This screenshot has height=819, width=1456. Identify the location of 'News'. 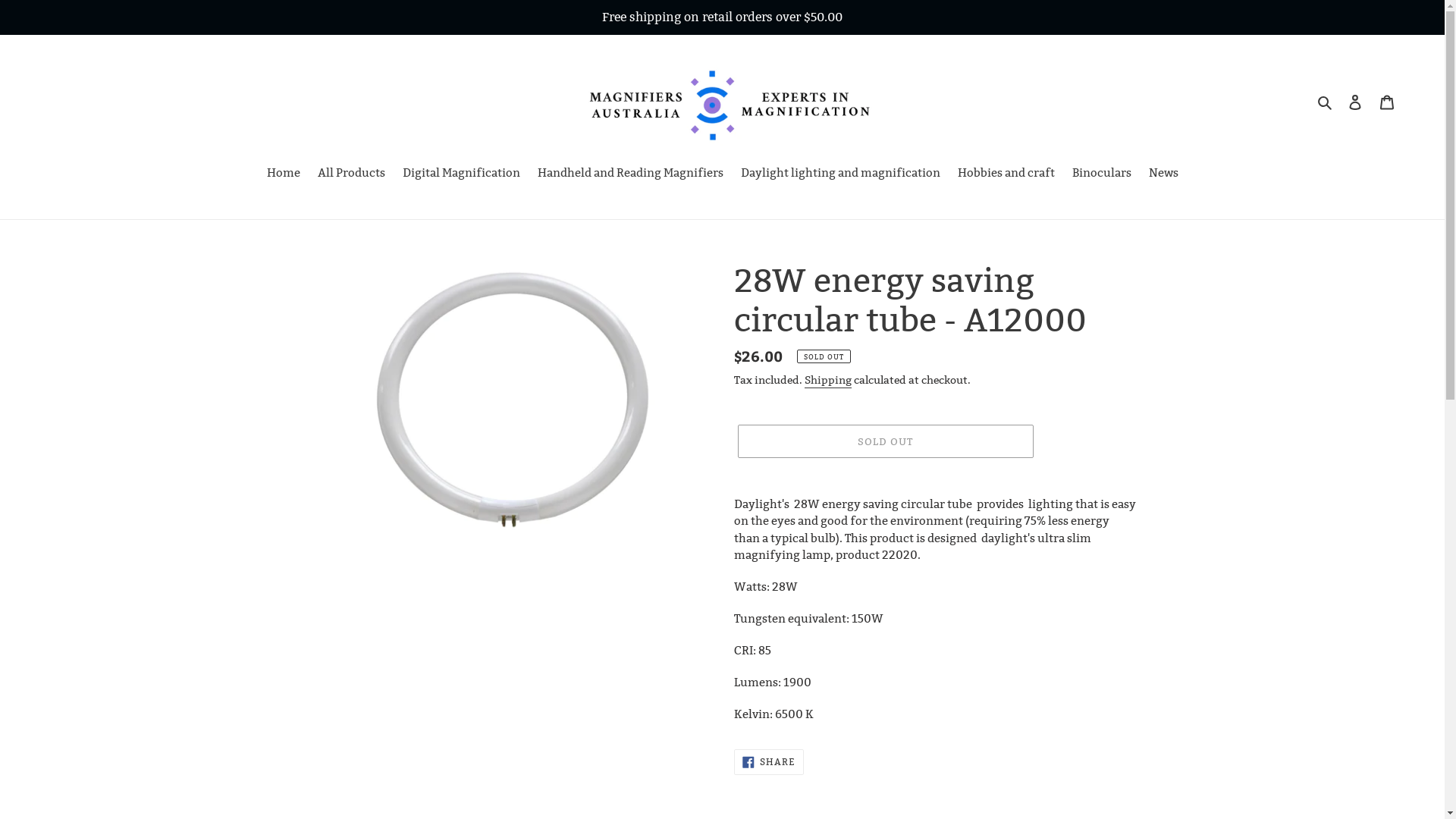
(1162, 174).